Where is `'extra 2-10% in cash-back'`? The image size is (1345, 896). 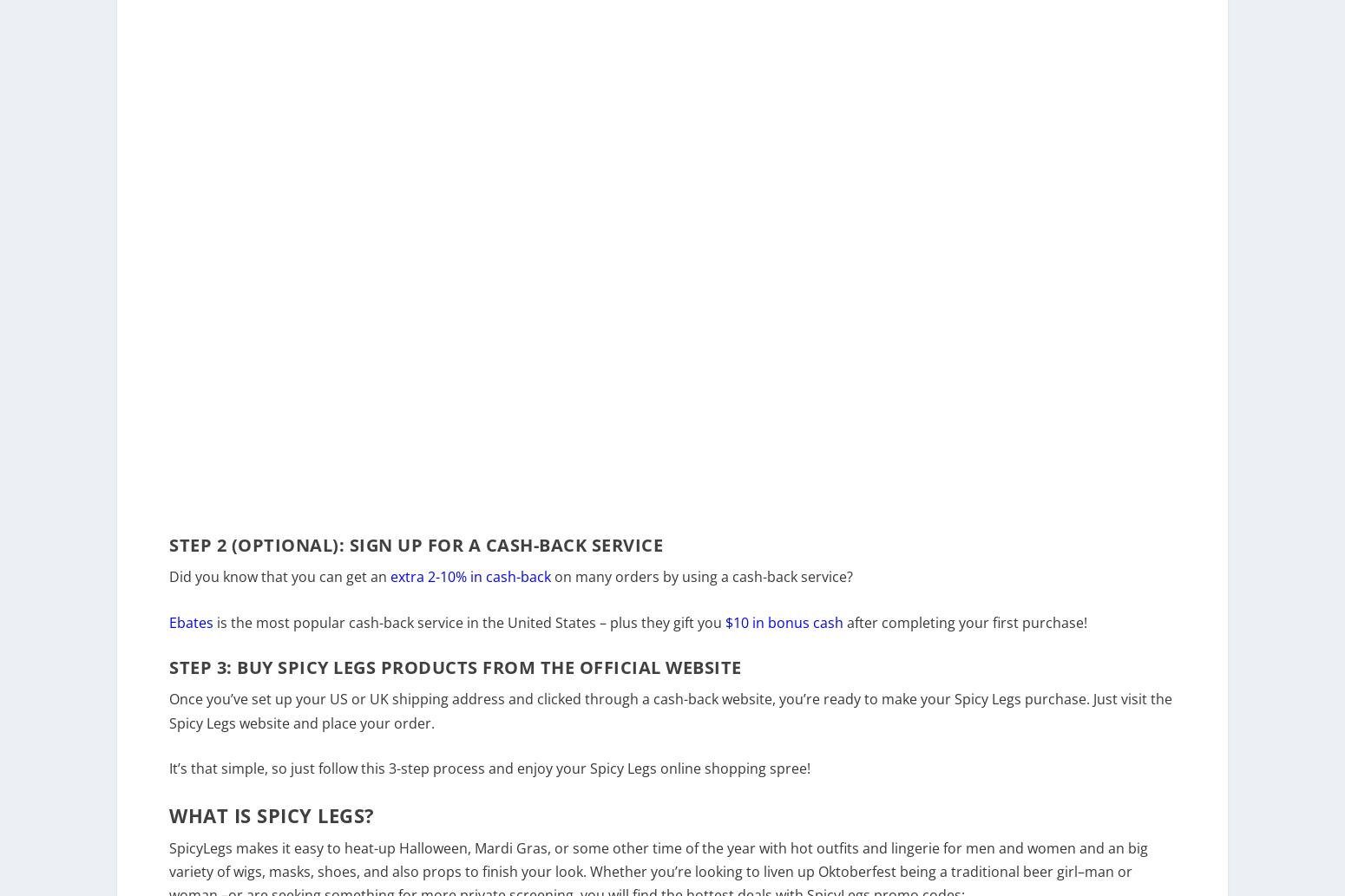 'extra 2-10% in cash-back' is located at coordinates (469, 586).